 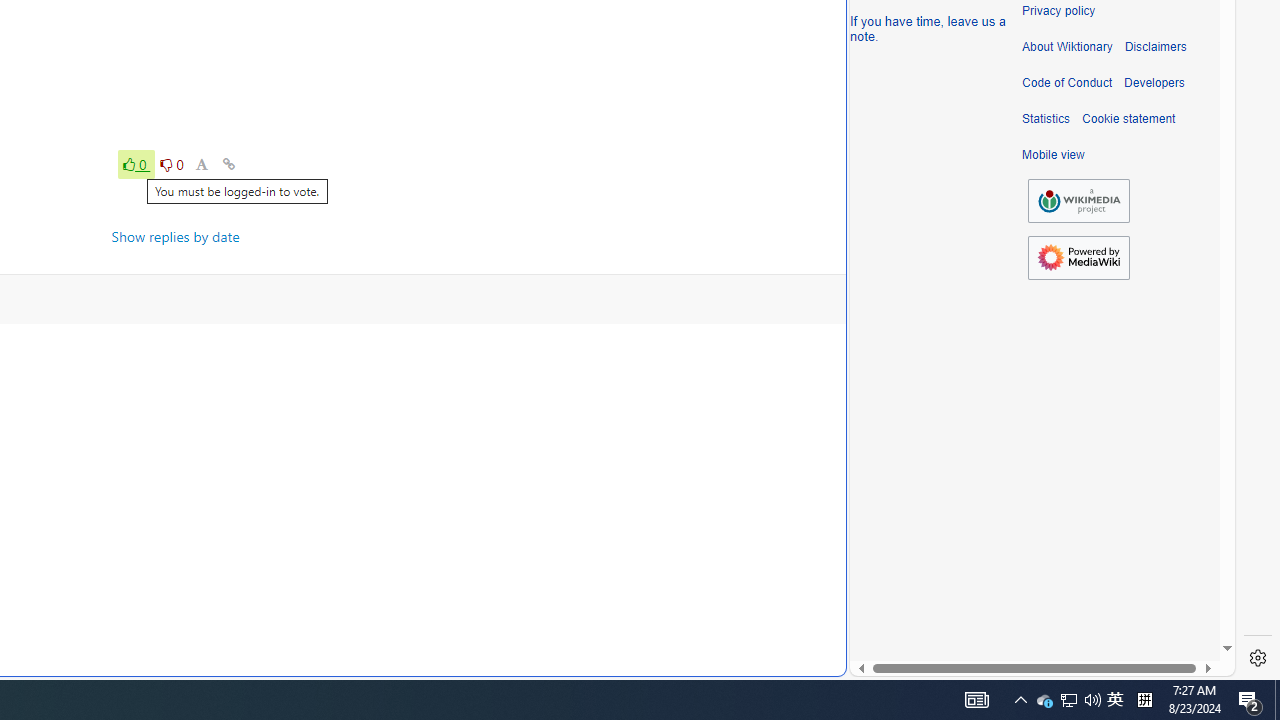 I want to click on 'Disclaimers', so click(x=1155, y=46).